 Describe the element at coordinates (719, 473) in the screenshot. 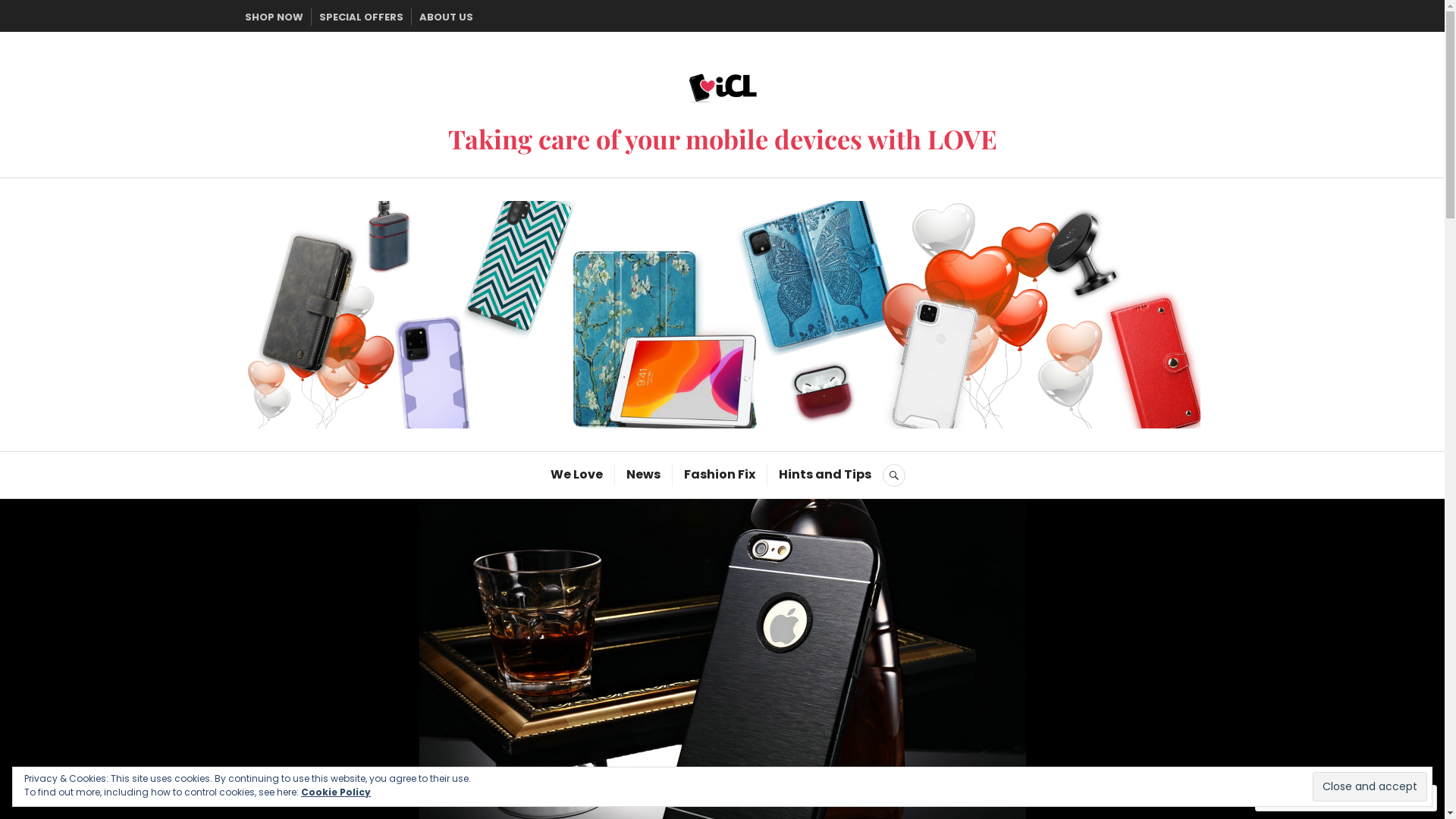

I see `'Fashion Fix'` at that location.